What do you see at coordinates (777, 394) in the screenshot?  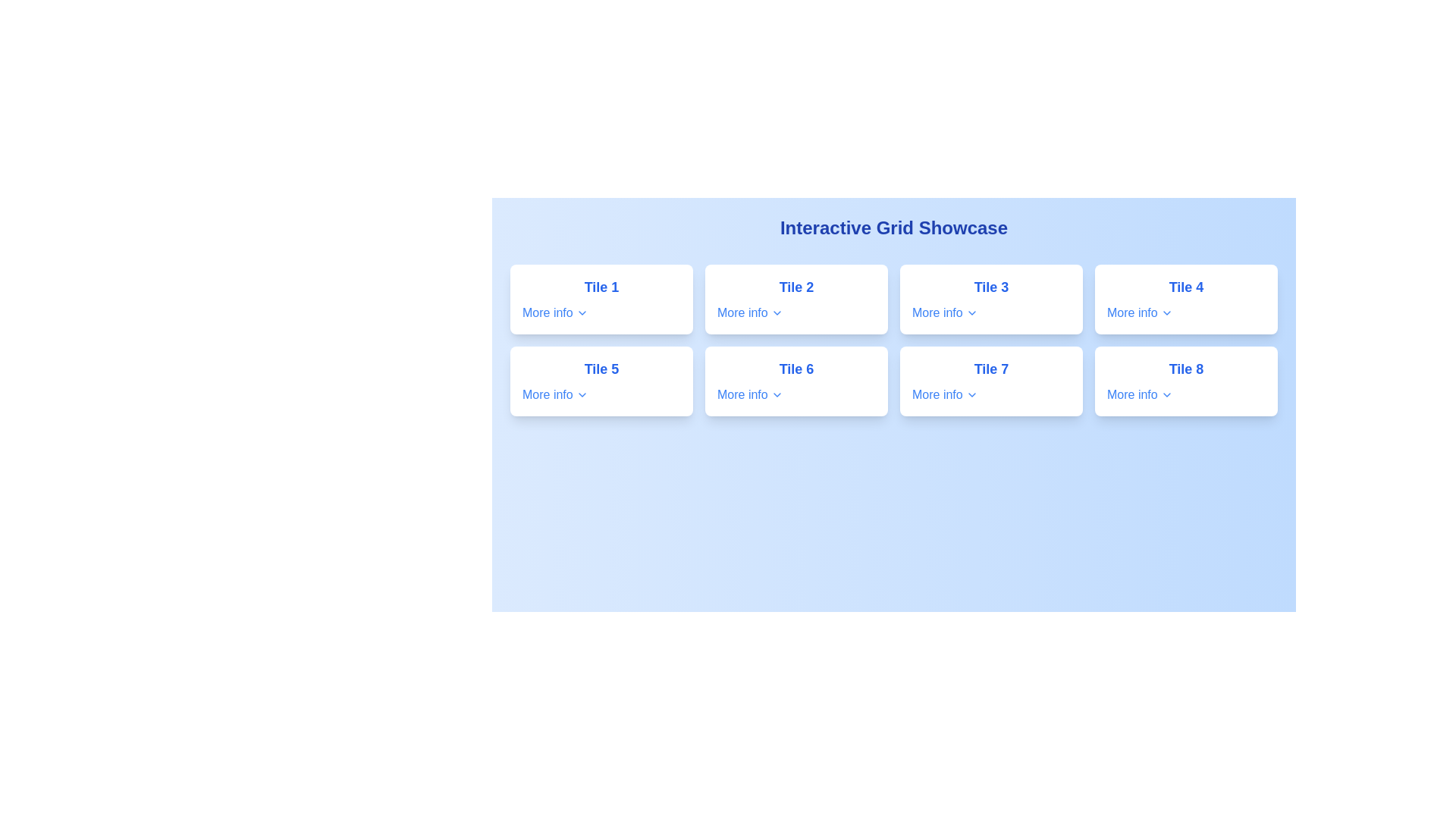 I see `the chevron-down icon located in the bottom-right section of the 'Tile 6' card, indicating additional information is available` at bounding box center [777, 394].